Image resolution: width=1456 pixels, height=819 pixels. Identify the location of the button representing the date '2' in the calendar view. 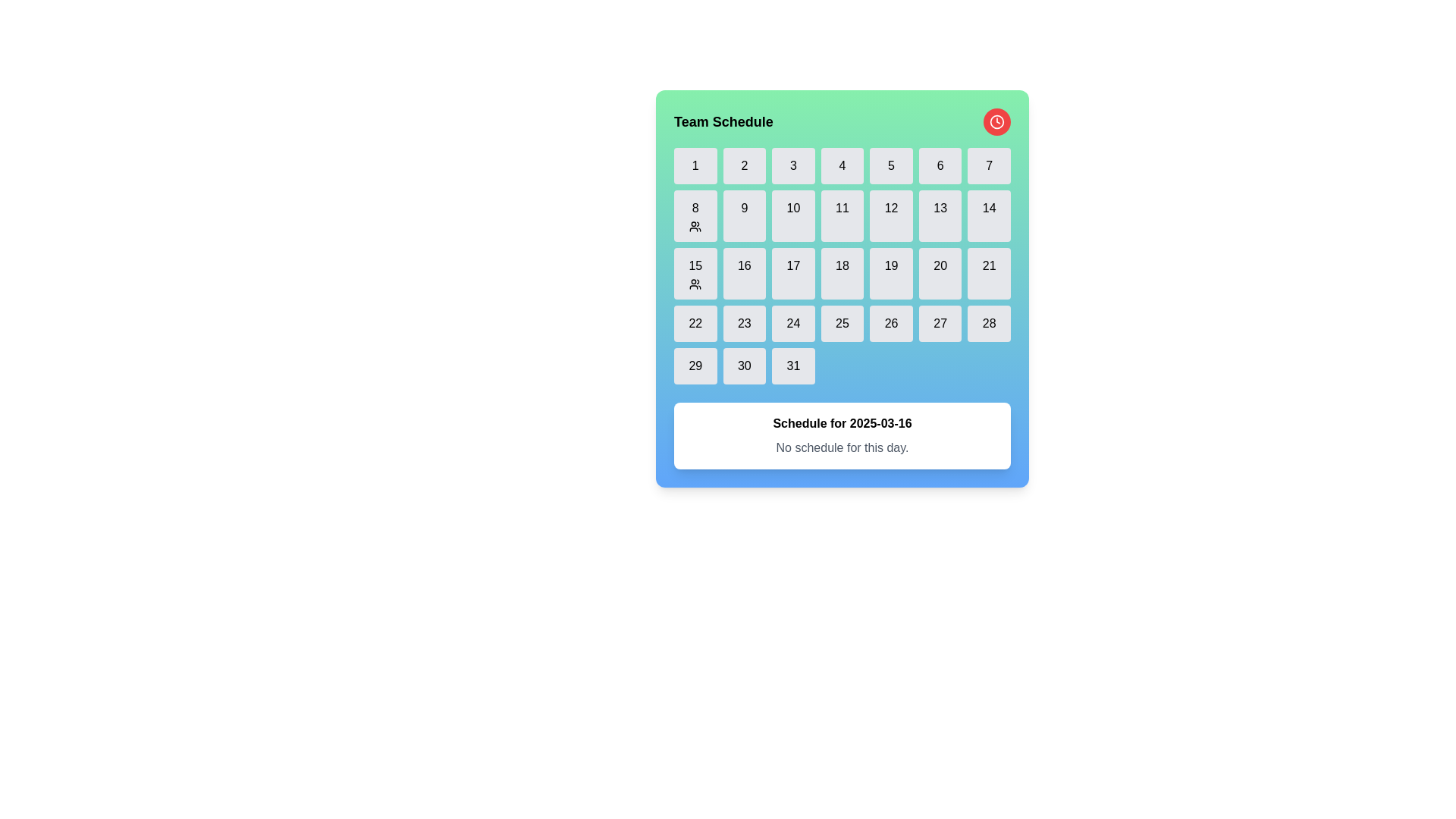
(744, 166).